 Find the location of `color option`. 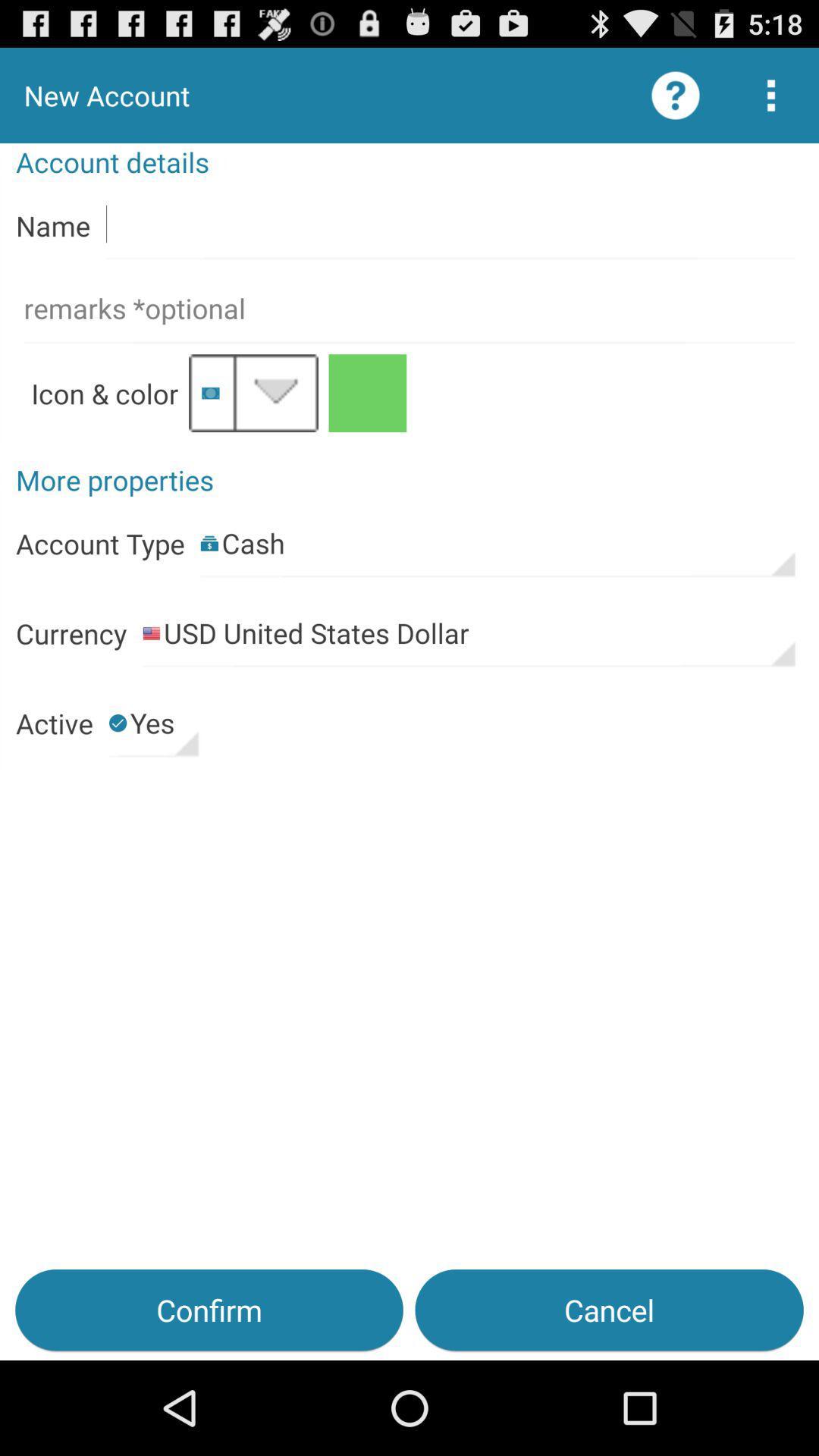

color option is located at coordinates (367, 393).